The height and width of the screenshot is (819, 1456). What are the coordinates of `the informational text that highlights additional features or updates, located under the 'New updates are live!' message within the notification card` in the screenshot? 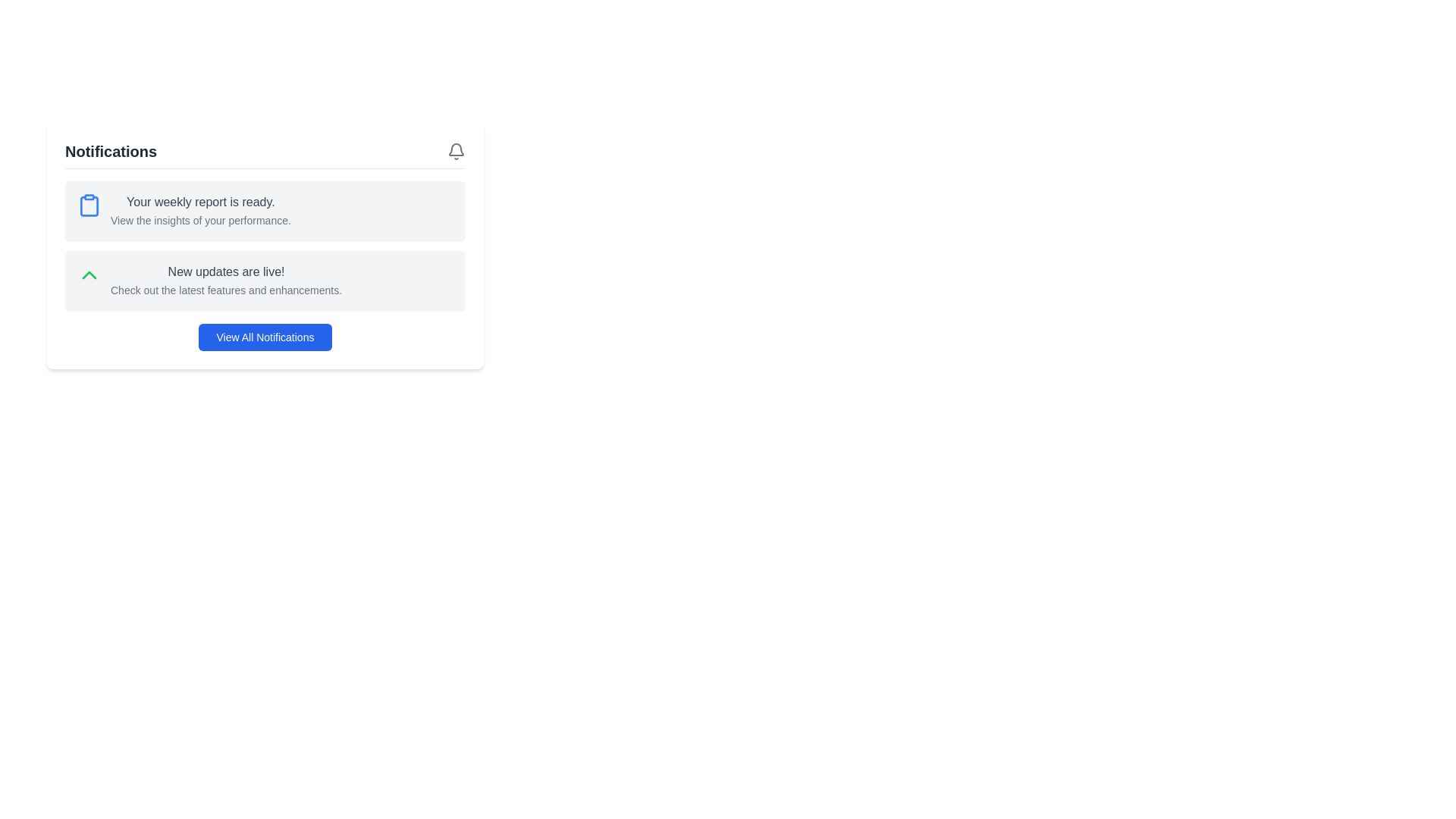 It's located at (225, 290).